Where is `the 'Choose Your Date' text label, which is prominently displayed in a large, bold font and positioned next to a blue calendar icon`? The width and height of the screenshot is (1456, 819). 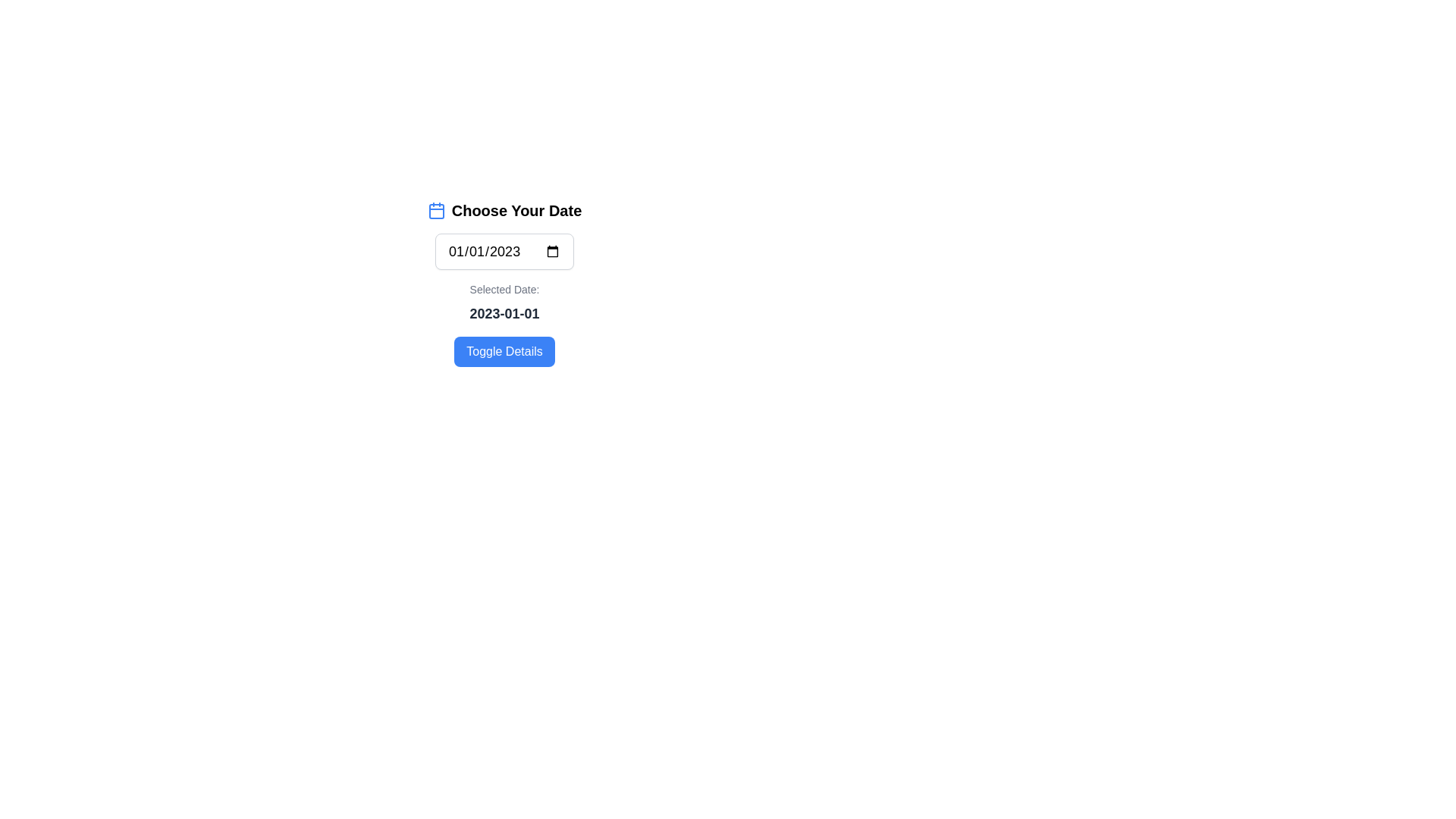
the 'Choose Your Date' text label, which is prominently displayed in a large, bold font and positioned next to a blue calendar icon is located at coordinates (516, 210).